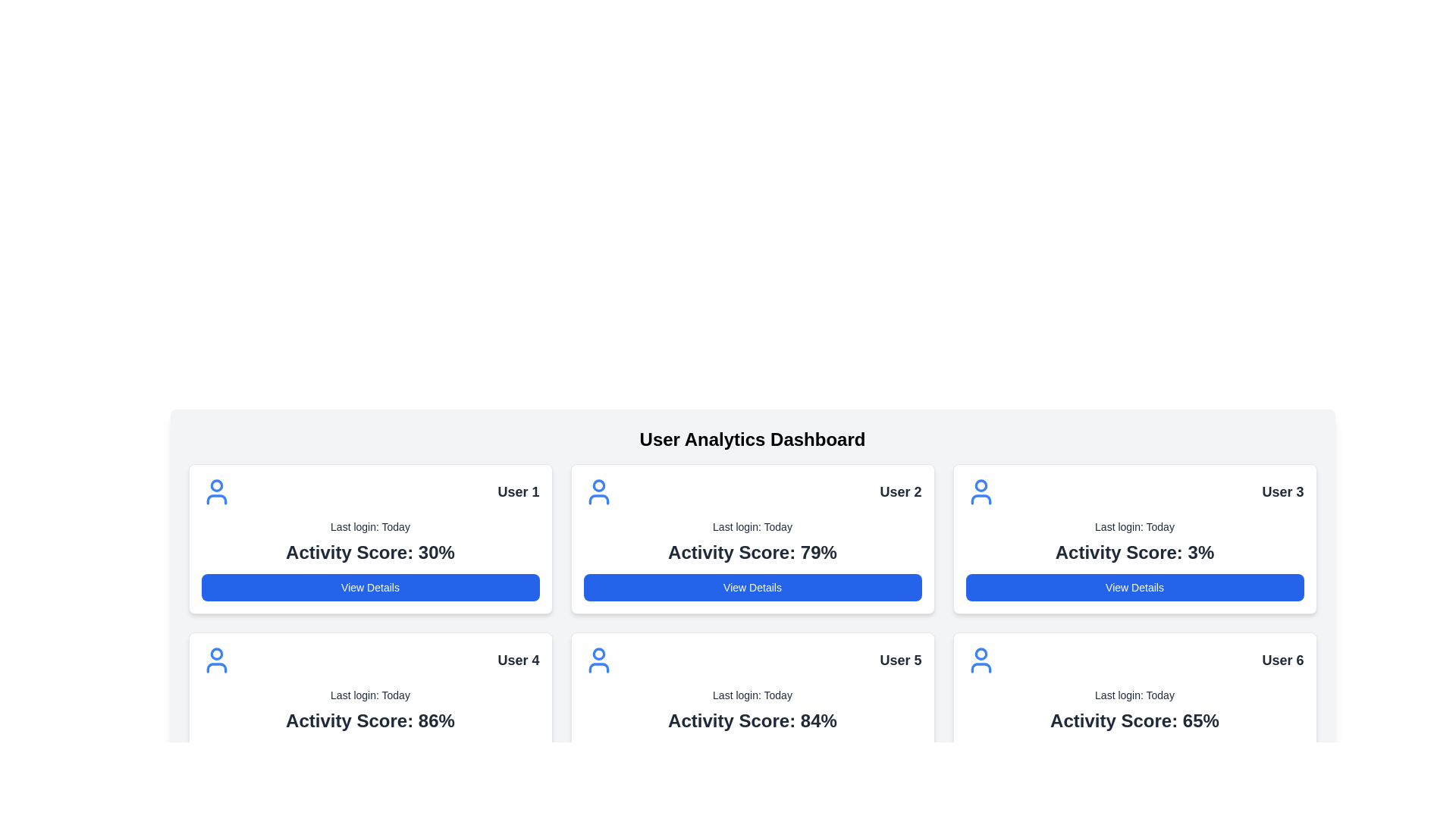 This screenshot has width=1456, height=819. What do you see at coordinates (752, 587) in the screenshot?
I see `the button located at the bottom of the 'User 2' card in the 'User Analytics Dashboard' to observe a style change` at bounding box center [752, 587].